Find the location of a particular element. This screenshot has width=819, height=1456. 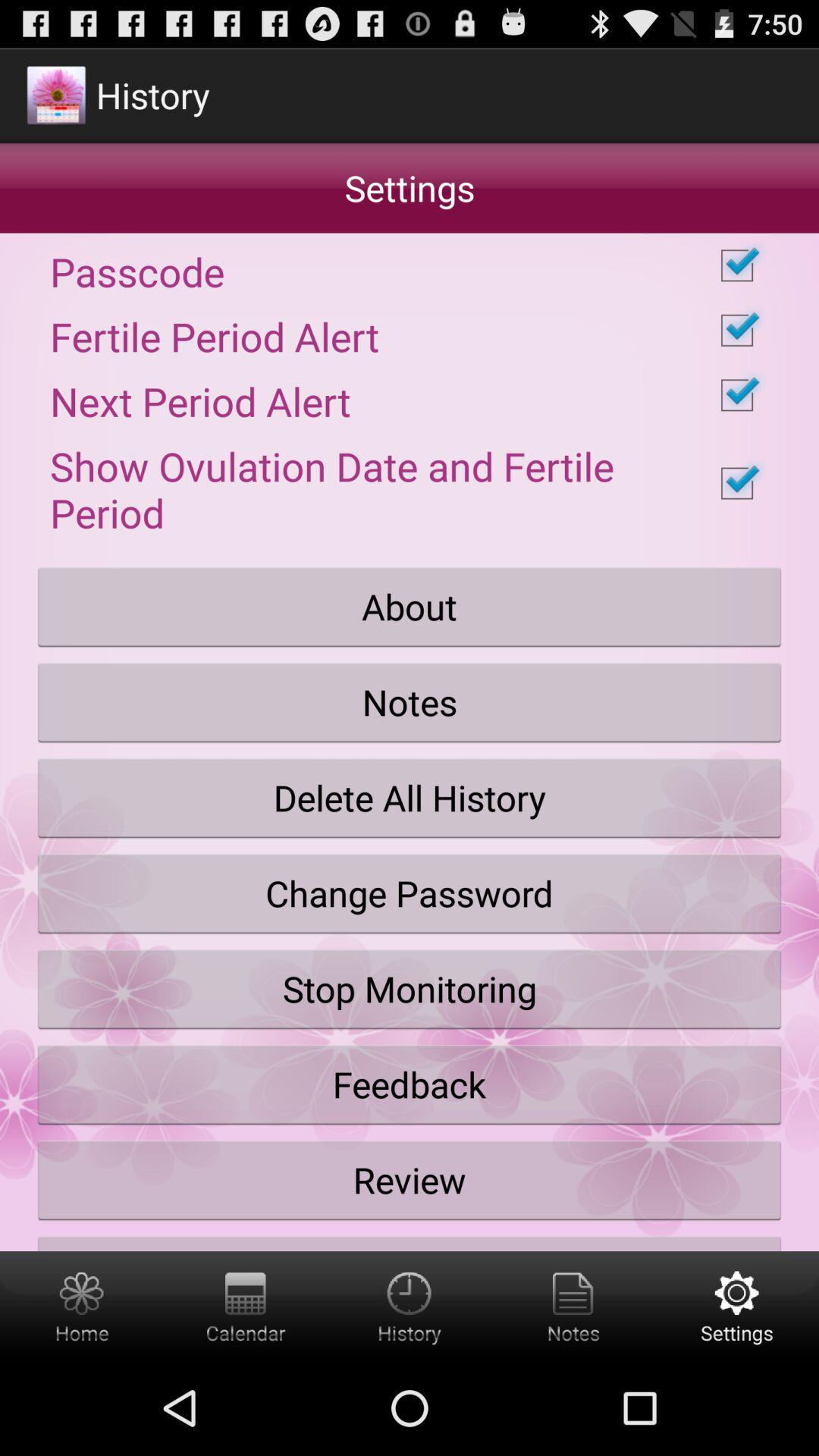

the item below show ovulation date checkbox is located at coordinates (409, 607).